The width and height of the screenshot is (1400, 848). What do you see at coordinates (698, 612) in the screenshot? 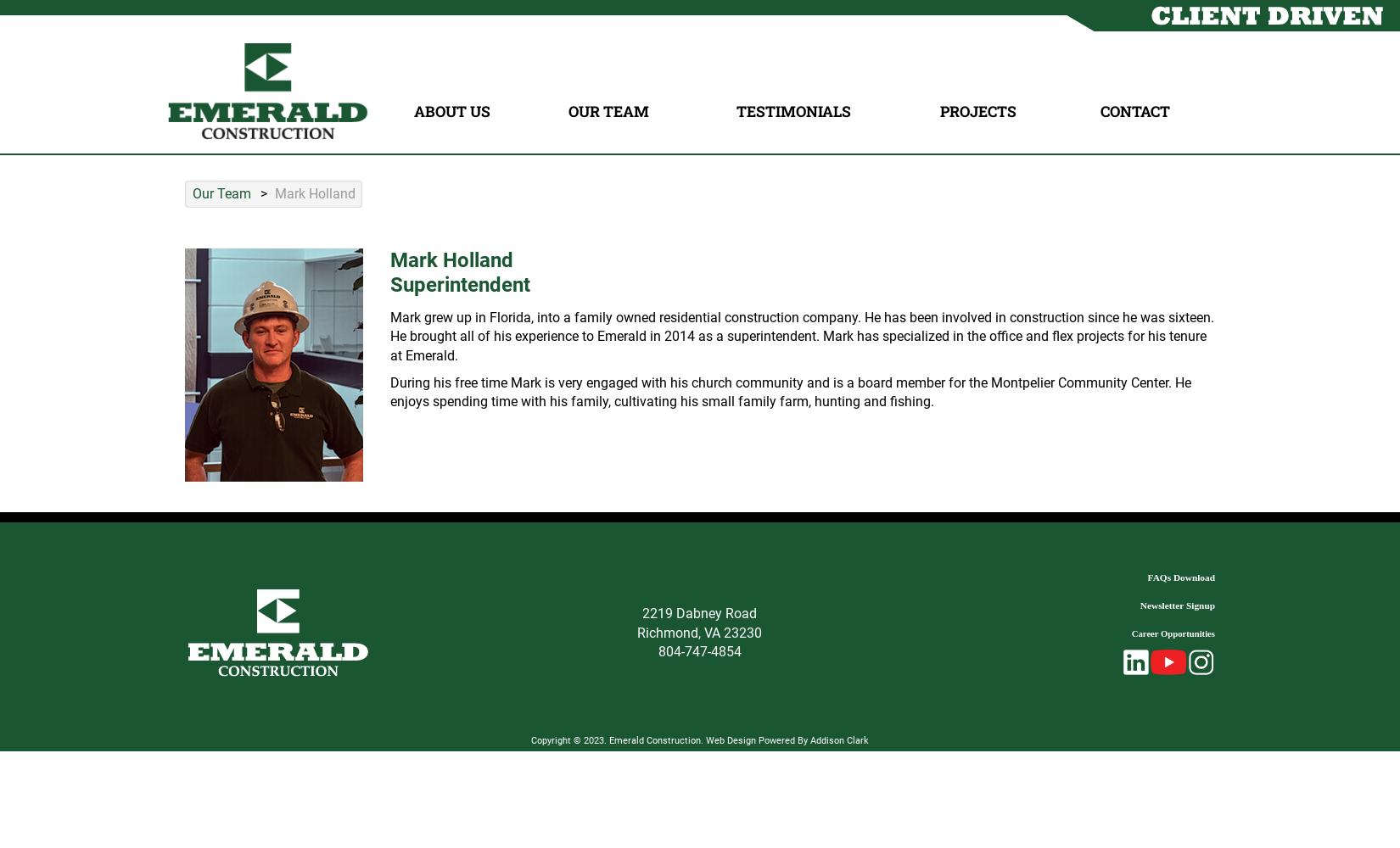
I see `'2219 Dabney Road'` at bounding box center [698, 612].